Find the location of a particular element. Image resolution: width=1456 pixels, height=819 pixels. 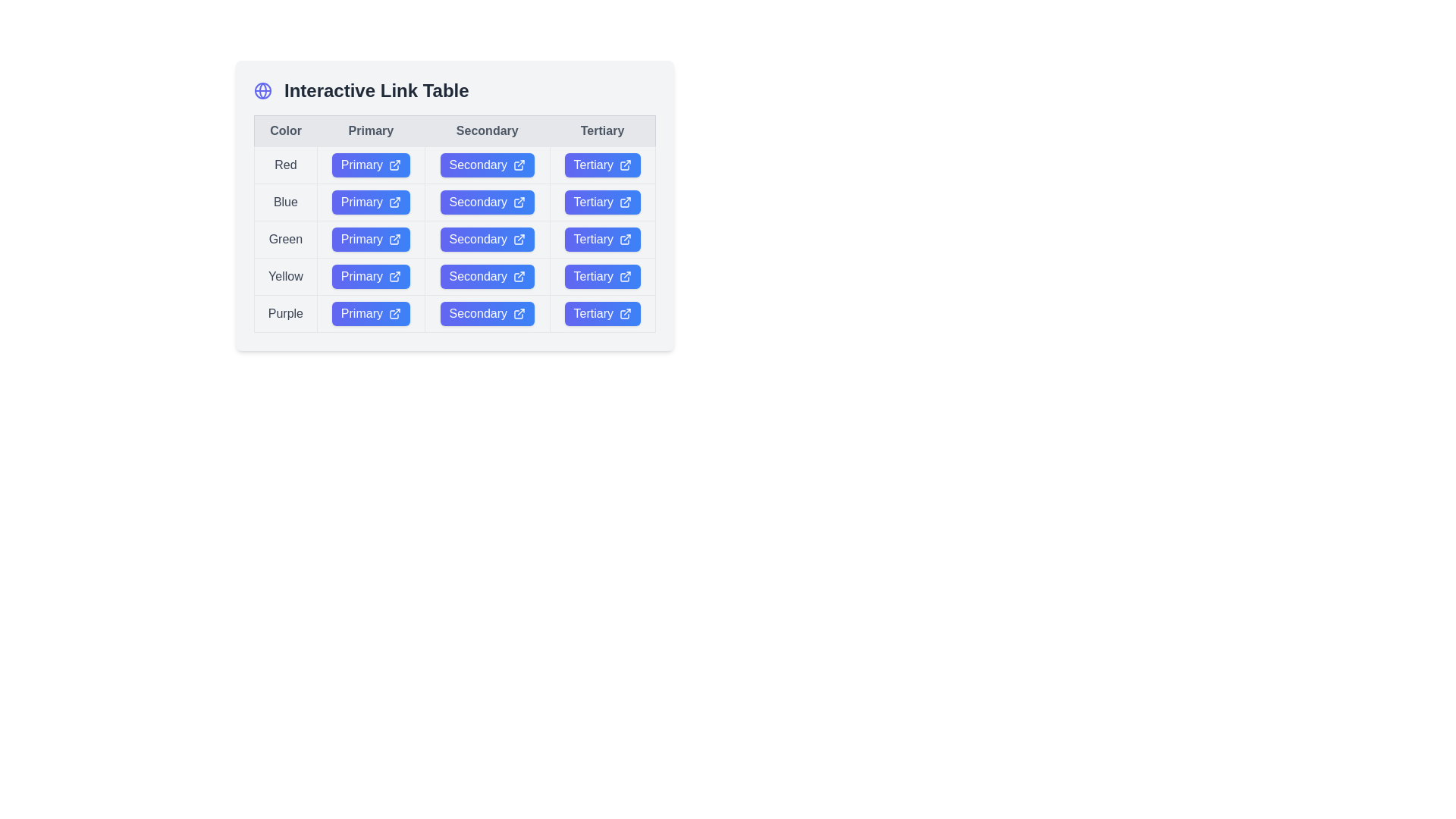

the links within the third row of the table that corresponds to the 'Green' color category is located at coordinates (454, 239).